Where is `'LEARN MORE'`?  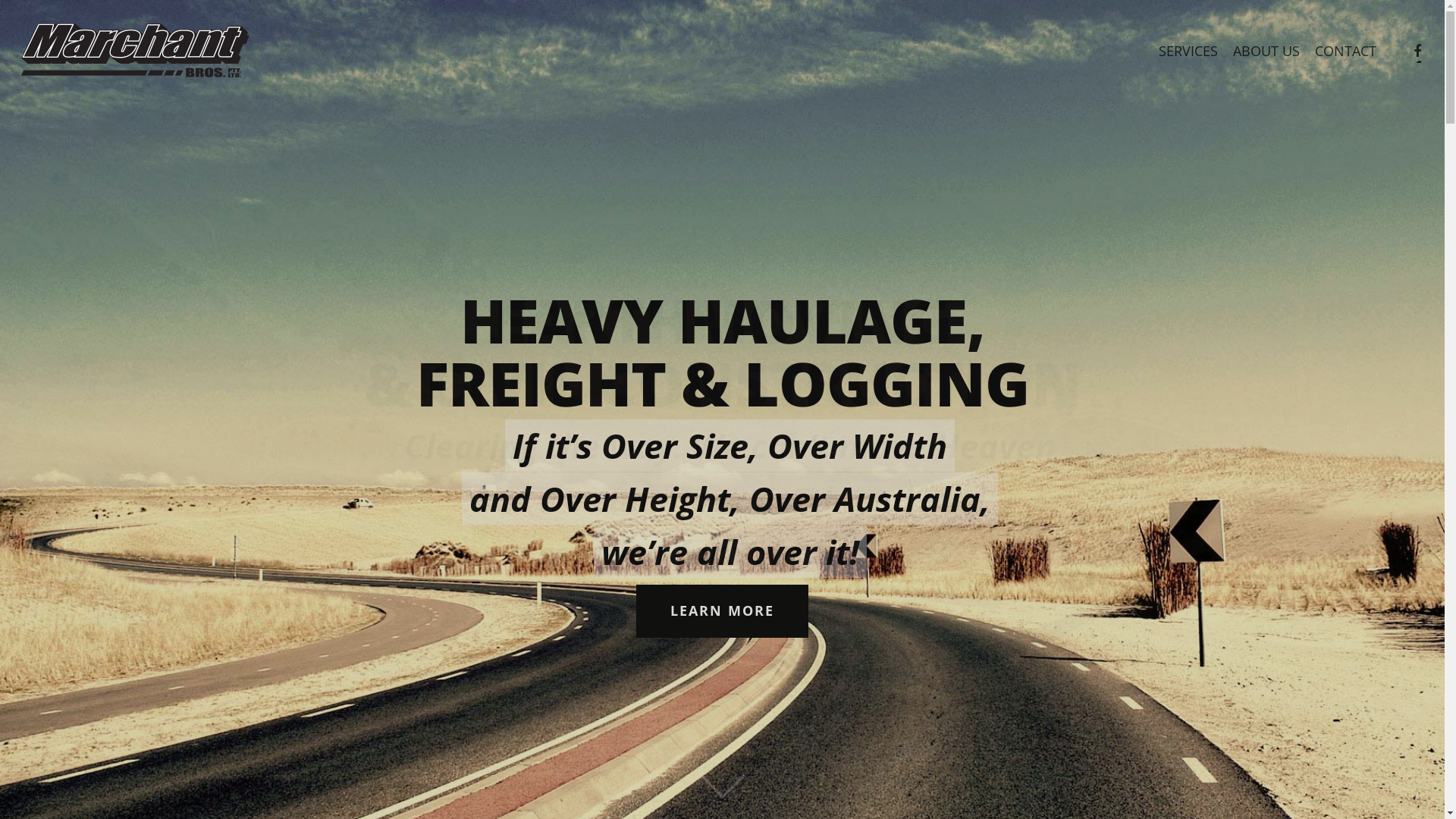
'LEARN MORE' is located at coordinates (721, 610).